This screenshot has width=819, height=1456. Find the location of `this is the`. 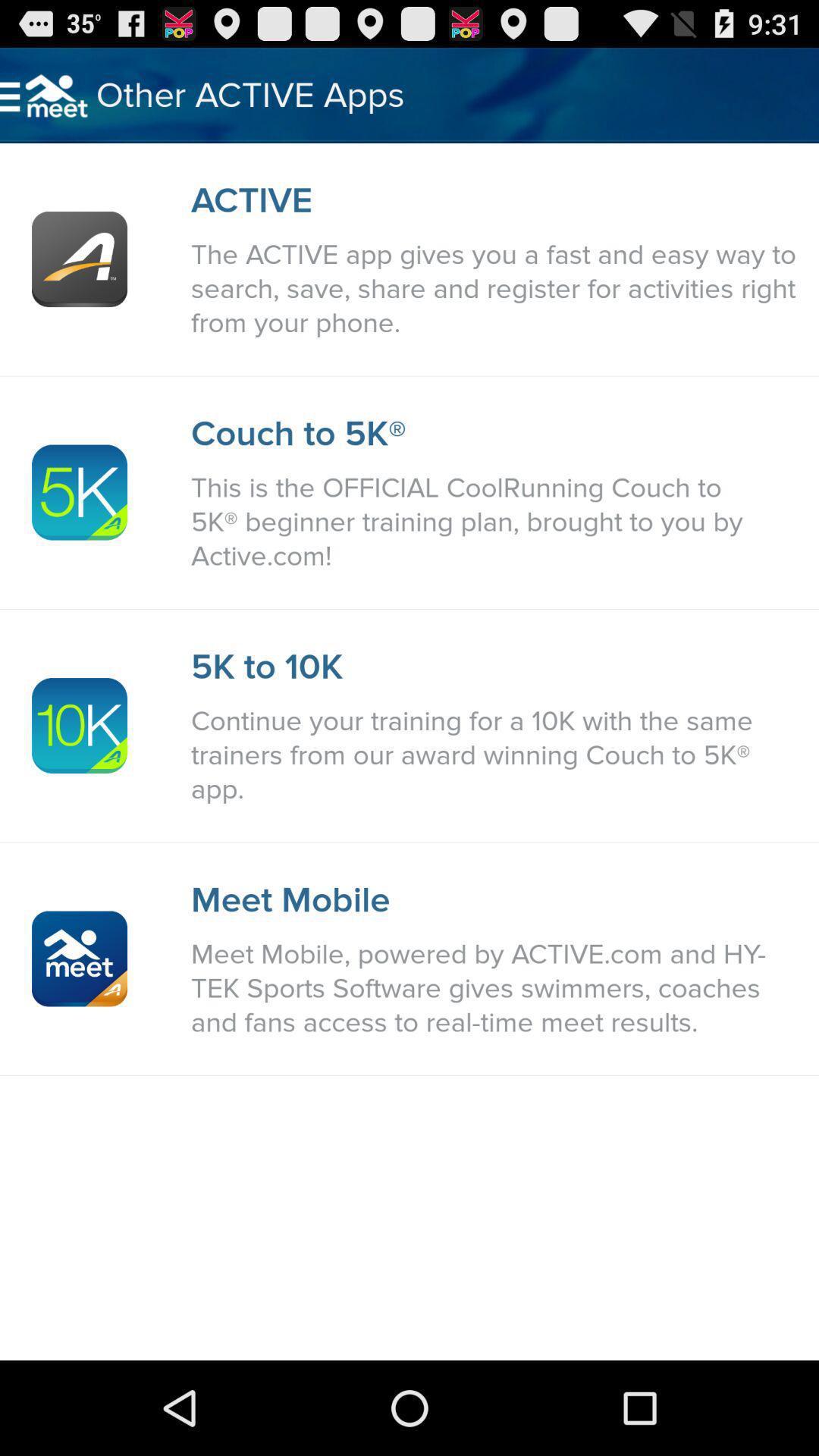

this is the is located at coordinates (497, 522).